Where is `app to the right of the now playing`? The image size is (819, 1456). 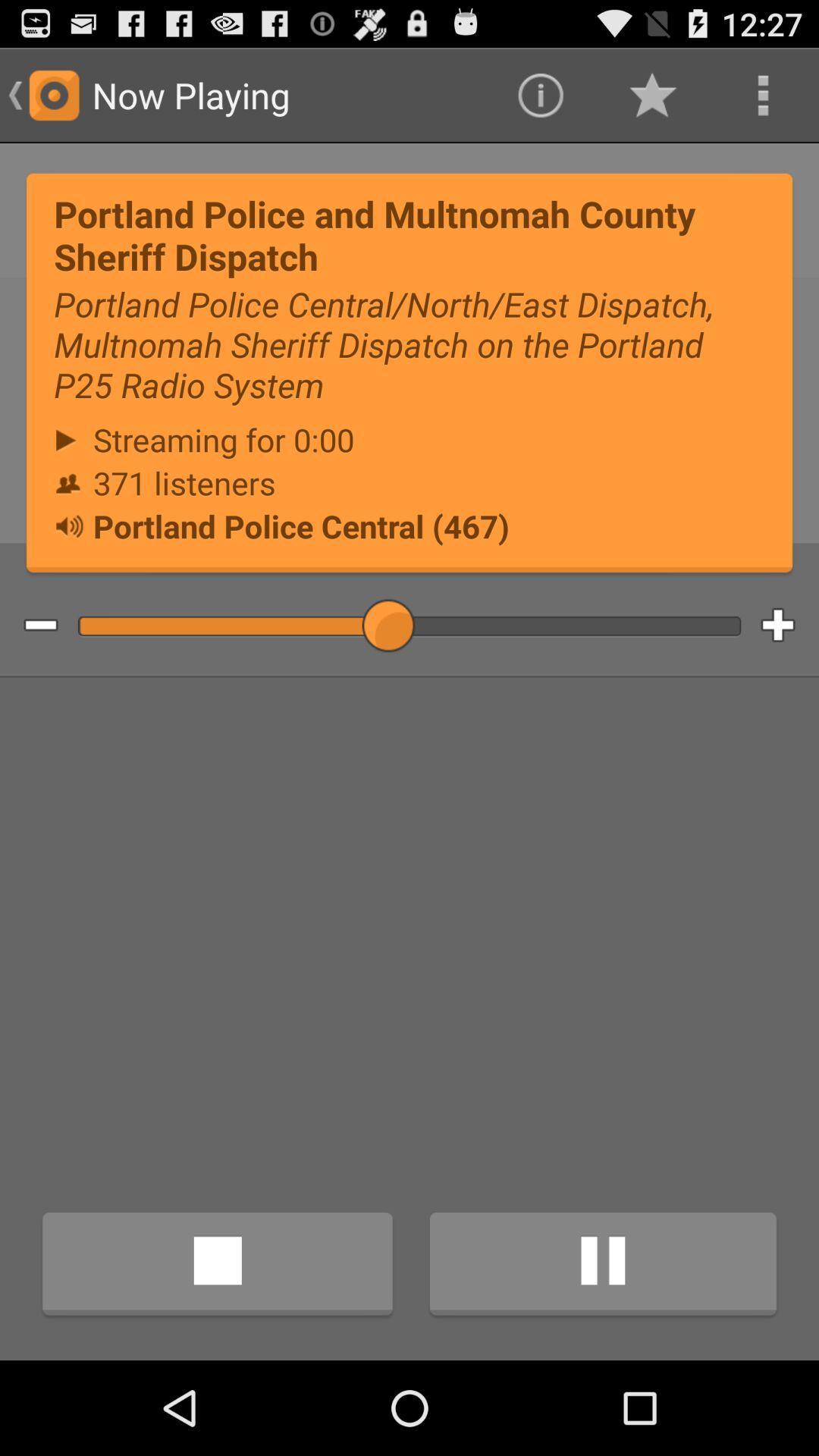 app to the right of the now playing is located at coordinates (539, 94).